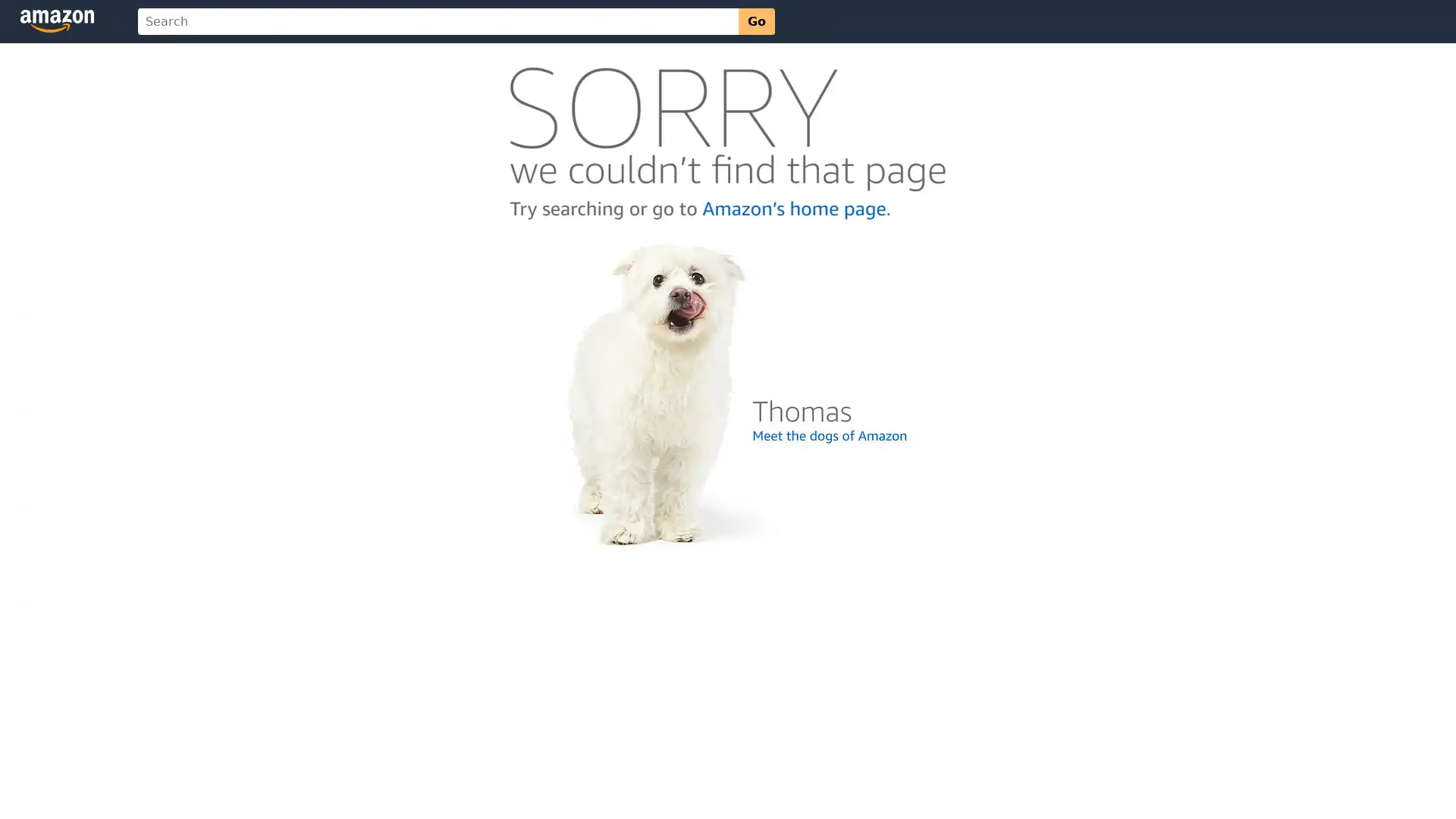 Image resolution: width=1456 pixels, height=819 pixels. What do you see at coordinates (757, 21) in the screenshot?
I see `Go` at bounding box center [757, 21].